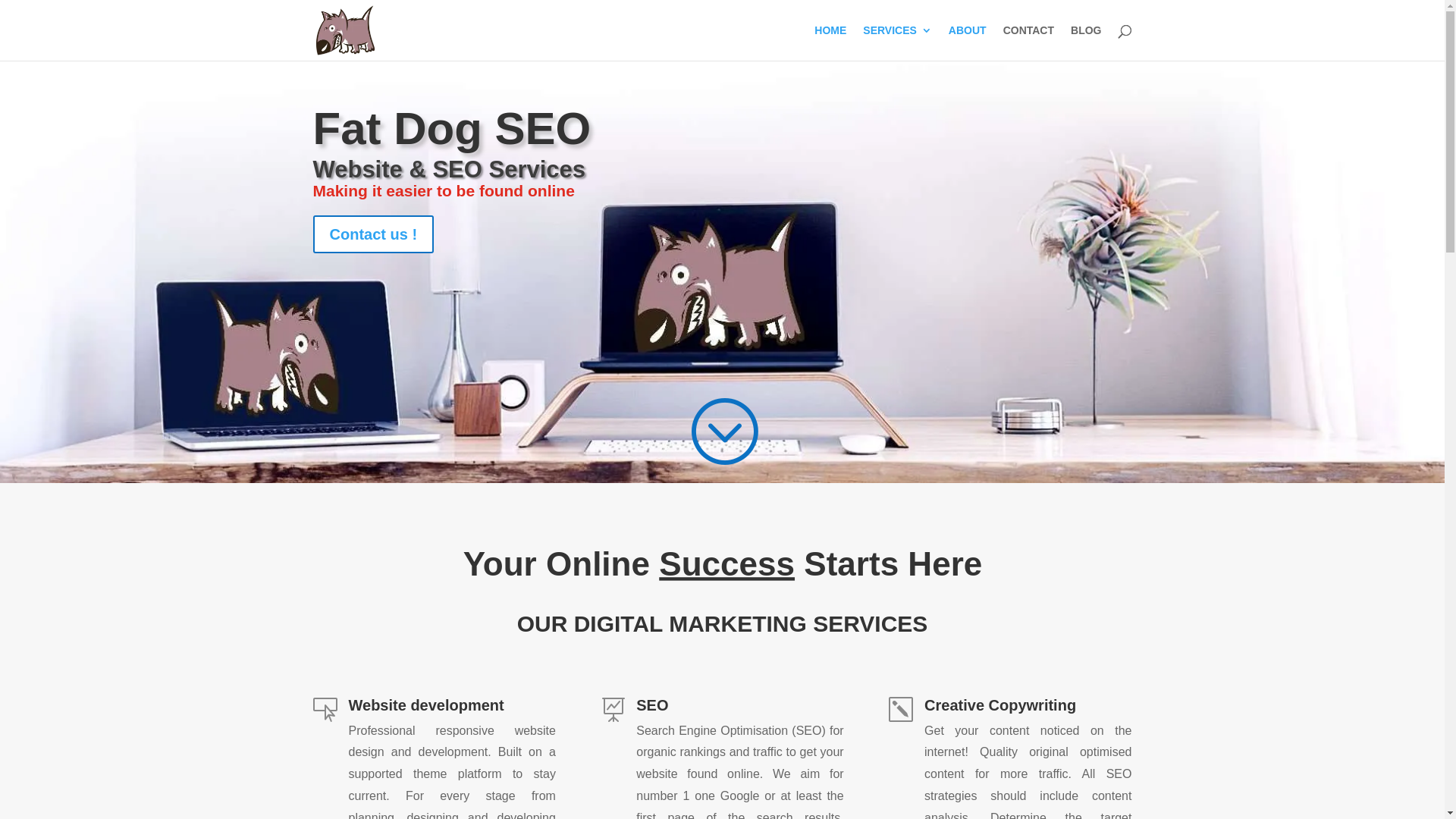 The width and height of the screenshot is (1456, 819). Describe the element at coordinates (722, 430) in the screenshot. I see `';'` at that location.